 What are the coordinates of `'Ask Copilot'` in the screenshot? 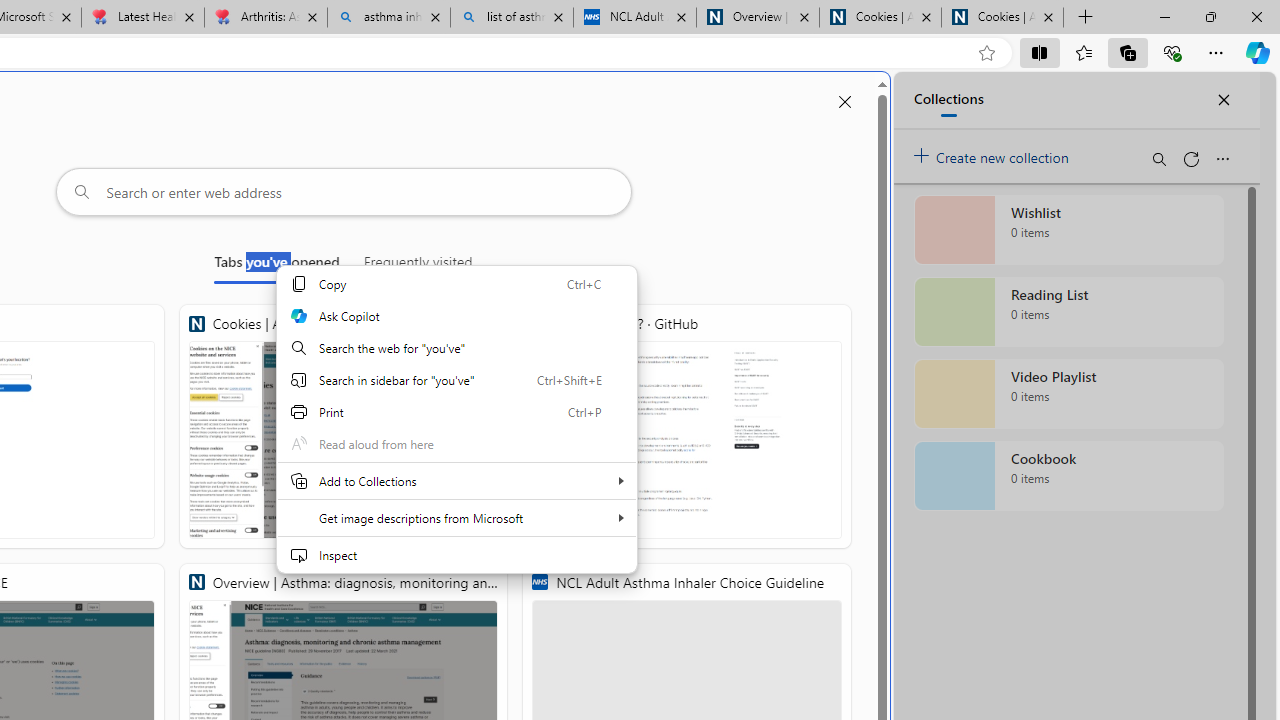 It's located at (455, 315).